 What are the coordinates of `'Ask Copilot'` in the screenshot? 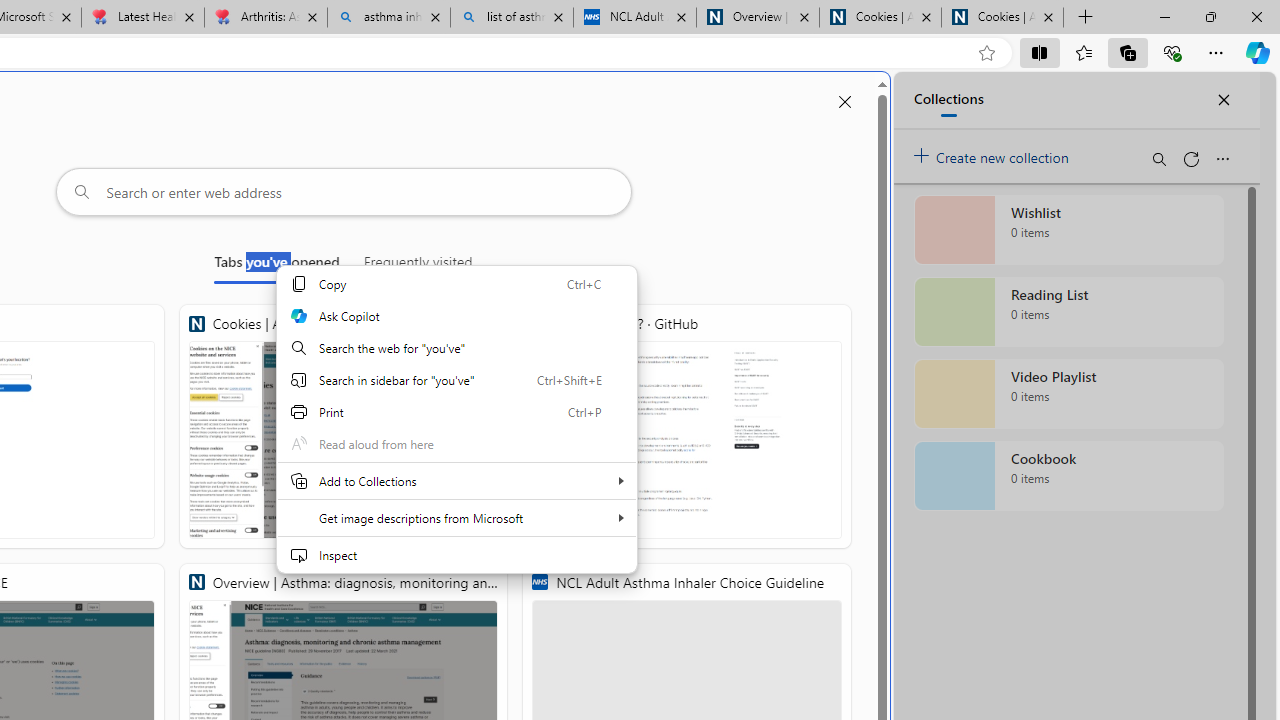 It's located at (455, 315).